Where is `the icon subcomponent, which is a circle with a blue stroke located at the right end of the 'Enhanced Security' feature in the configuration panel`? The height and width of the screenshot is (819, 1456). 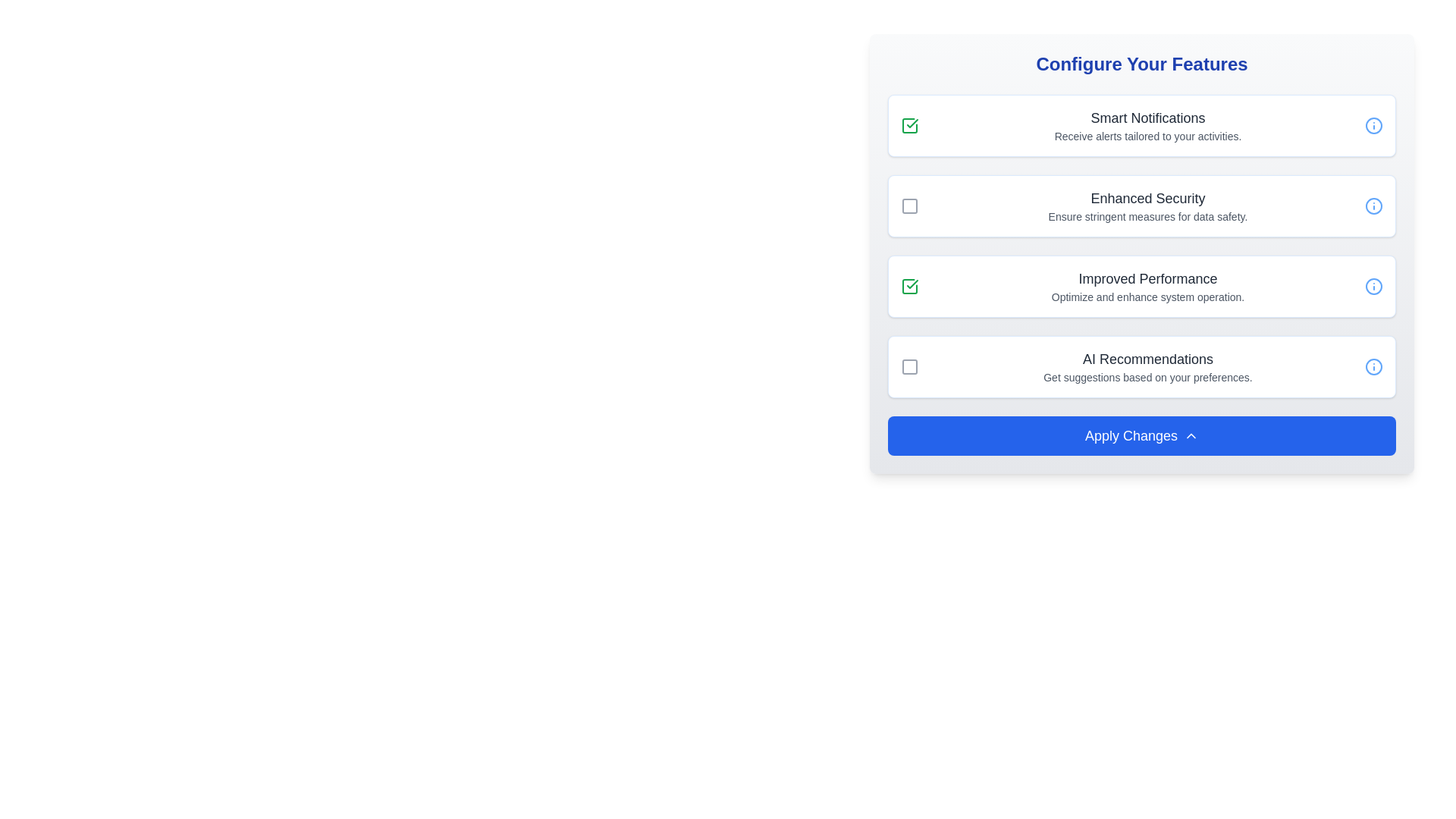 the icon subcomponent, which is a circle with a blue stroke located at the right end of the 'Enhanced Security' feature in the configuration panel is located at coordinates (1373, 206).